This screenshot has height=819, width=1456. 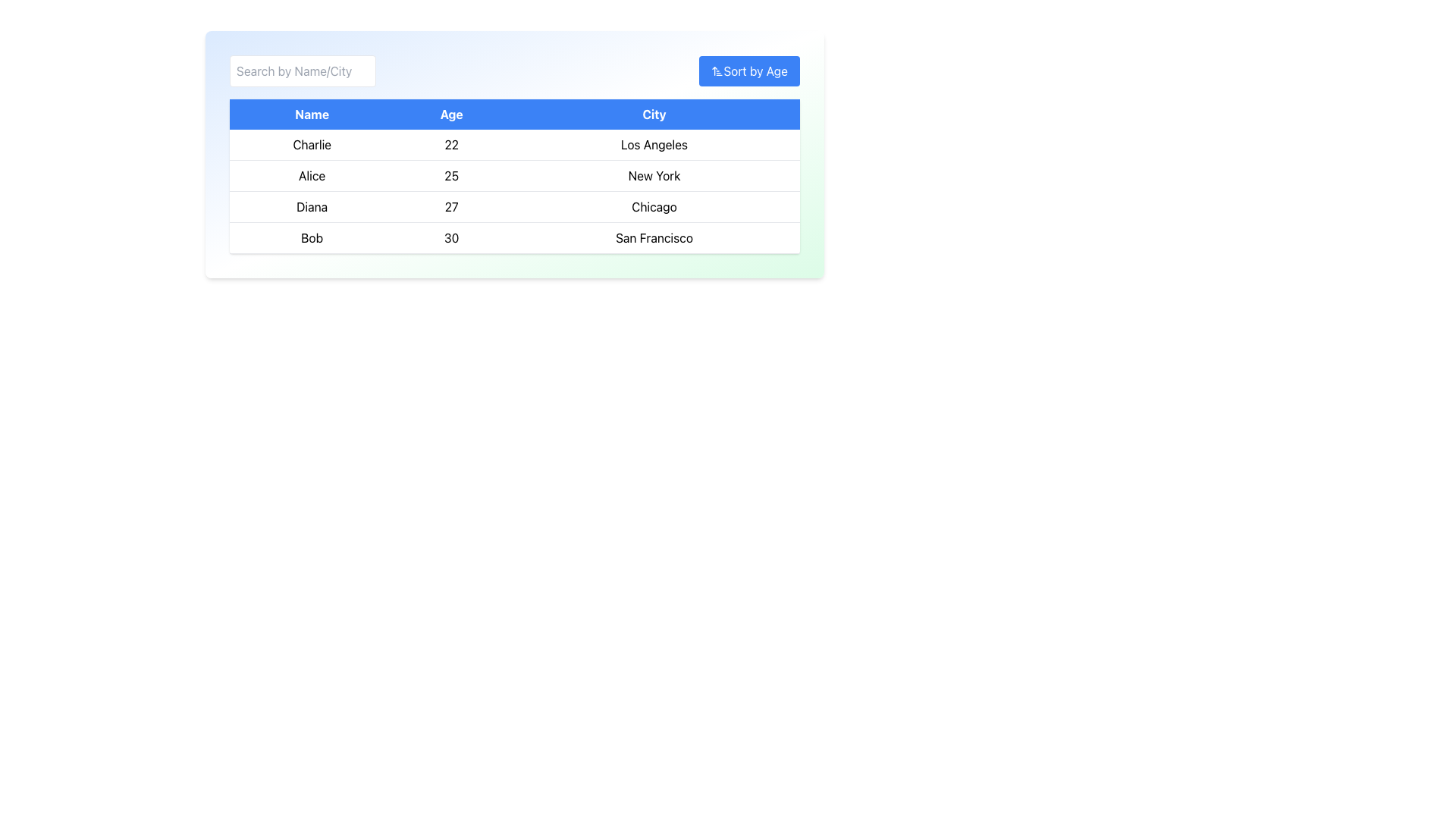 I want to click on the text label displaying 'Los Angeles', which is part of the tabular row for 'Charlie', under the 'City' column header, so click(x=654, y=145).